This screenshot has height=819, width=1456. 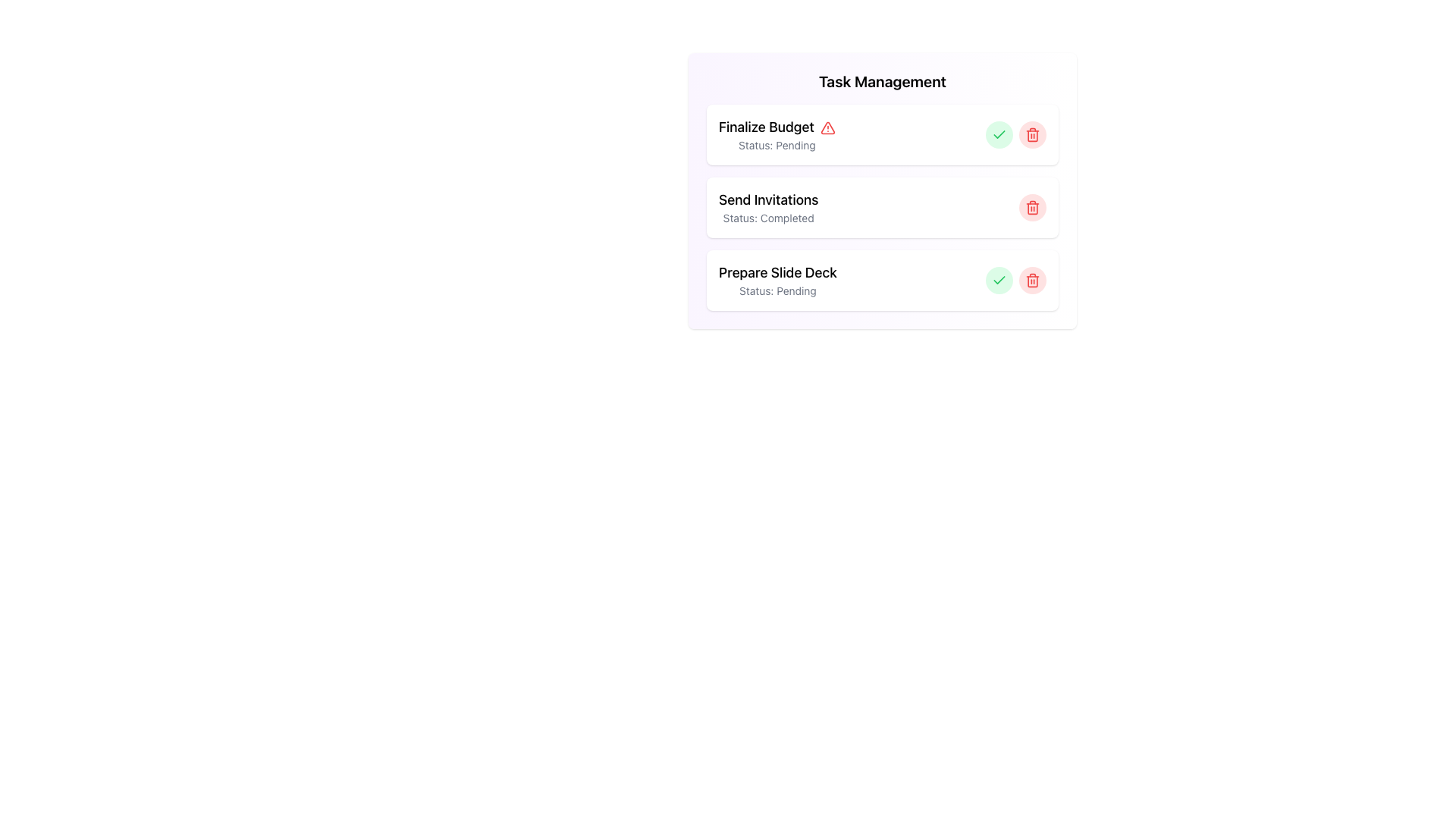 What do you see at coordinates (768, 199) in the screenshot?
I see `text from the second title text label in the task management interface, located below 'Finalize Budget' and above 'Prepare Slide Deck'` at bounding box center [768, 199].